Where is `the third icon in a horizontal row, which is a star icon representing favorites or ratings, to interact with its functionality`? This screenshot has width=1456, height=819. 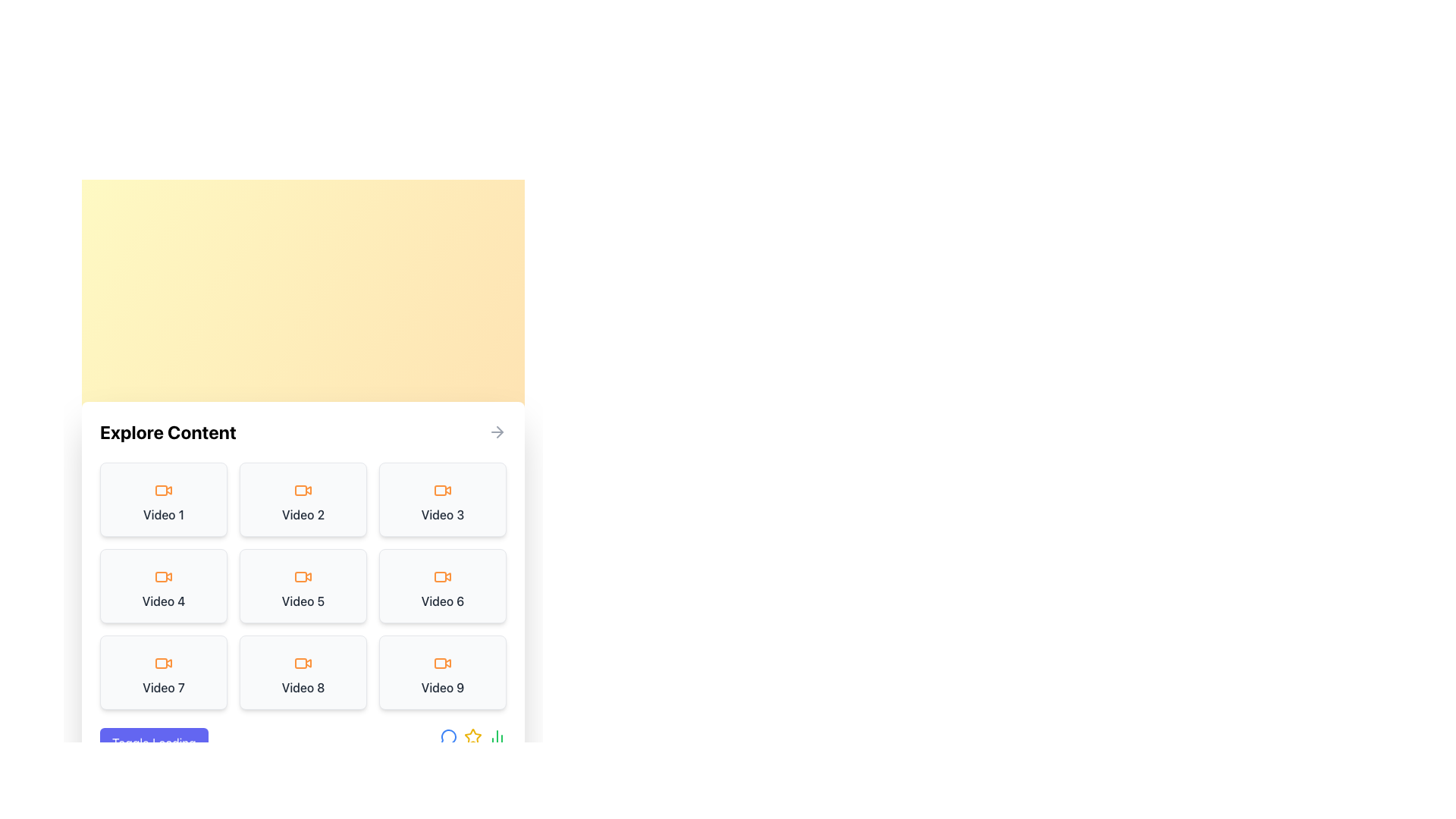
the third icon in a horizontal row, which is a star icon representing favorites or ratings, to interact with its functionality is located at coordinates (472, 736).